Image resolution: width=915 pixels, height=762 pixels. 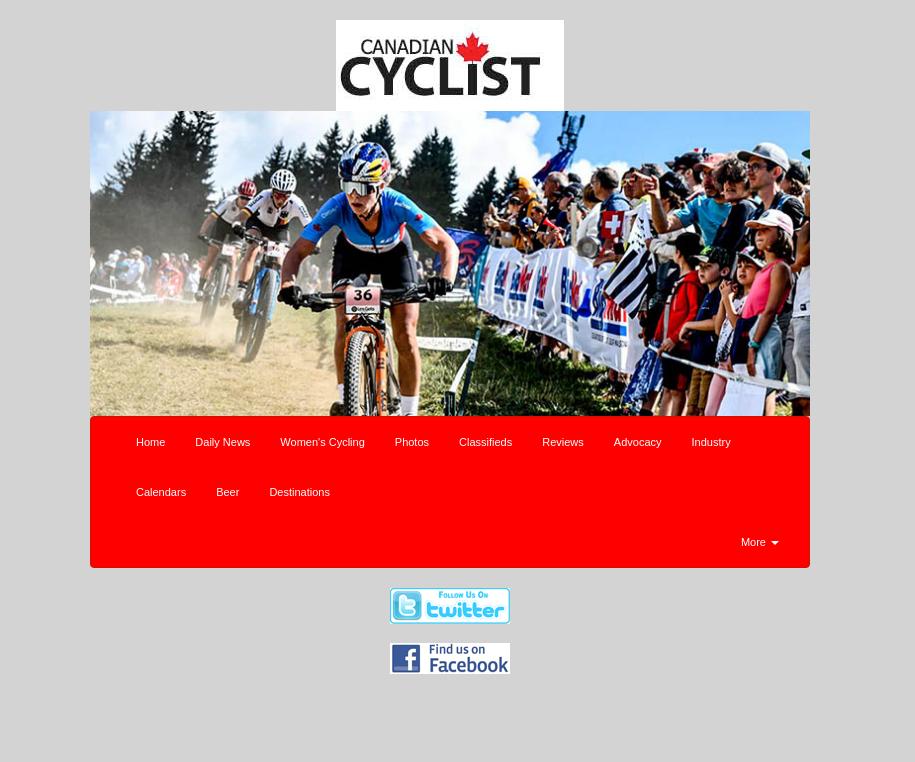 I want to click on 'Advocacy', so click(x=612, y=439).